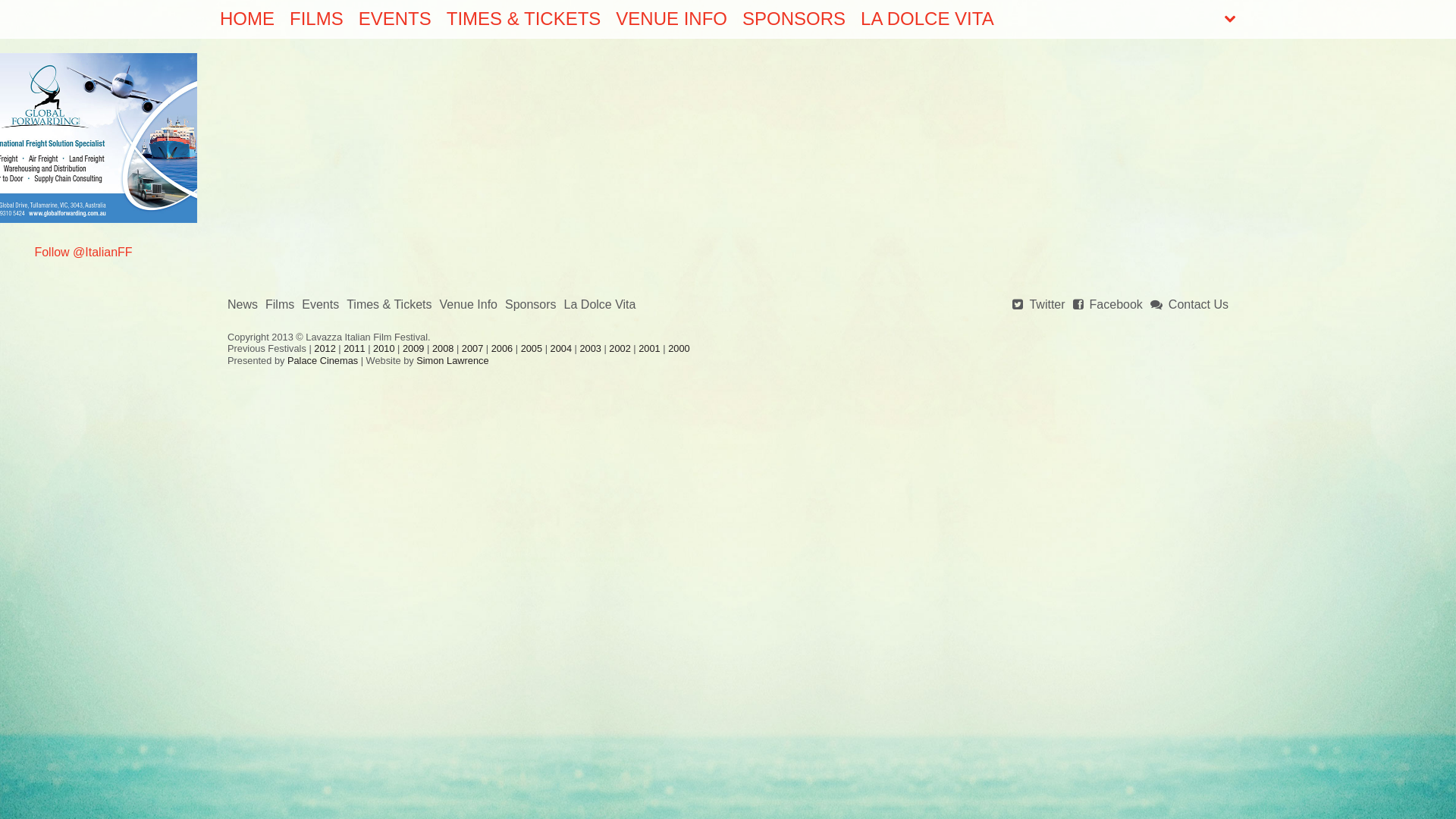 Image resolution: width=1456 pixels, height=819 pixels. Describe the element at coordinates (667, 348) in the screenshot. I see `'2000'` at that location.